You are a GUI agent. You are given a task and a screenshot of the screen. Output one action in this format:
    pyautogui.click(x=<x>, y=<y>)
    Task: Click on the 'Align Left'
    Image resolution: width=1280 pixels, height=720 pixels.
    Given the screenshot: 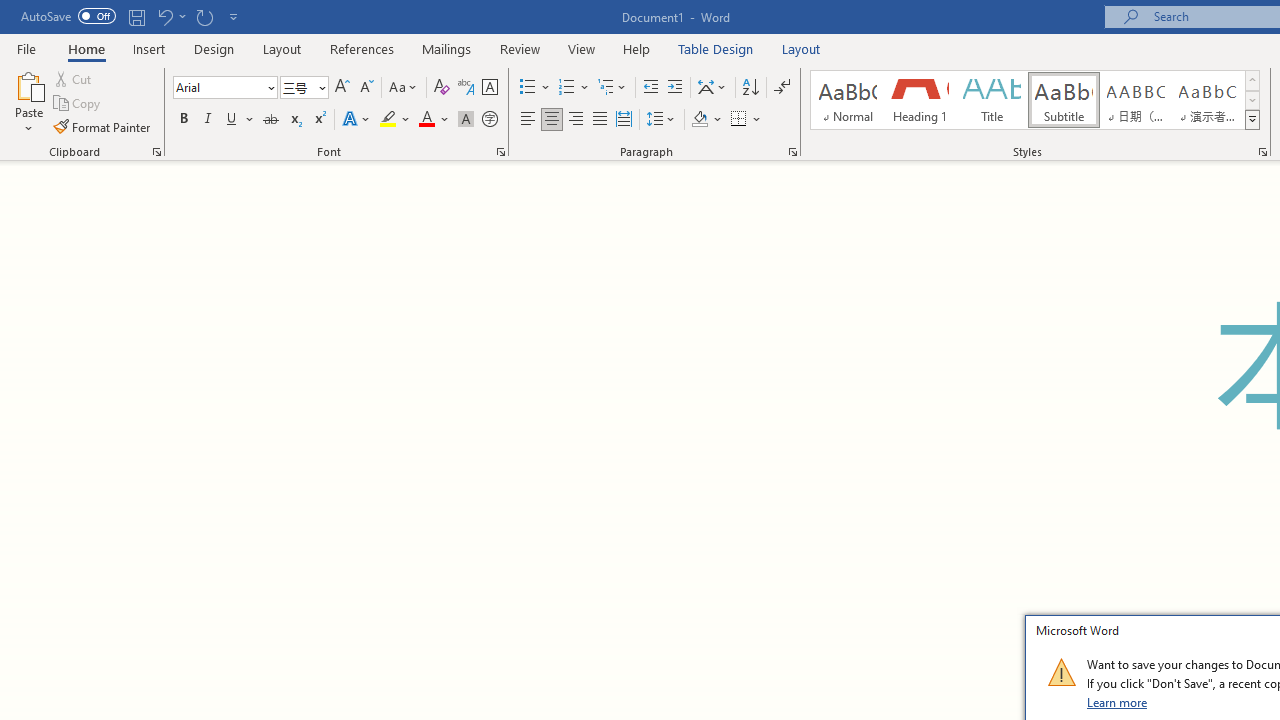 What is the action you would take?
    pyautogui.click(x=528, y=119)
    